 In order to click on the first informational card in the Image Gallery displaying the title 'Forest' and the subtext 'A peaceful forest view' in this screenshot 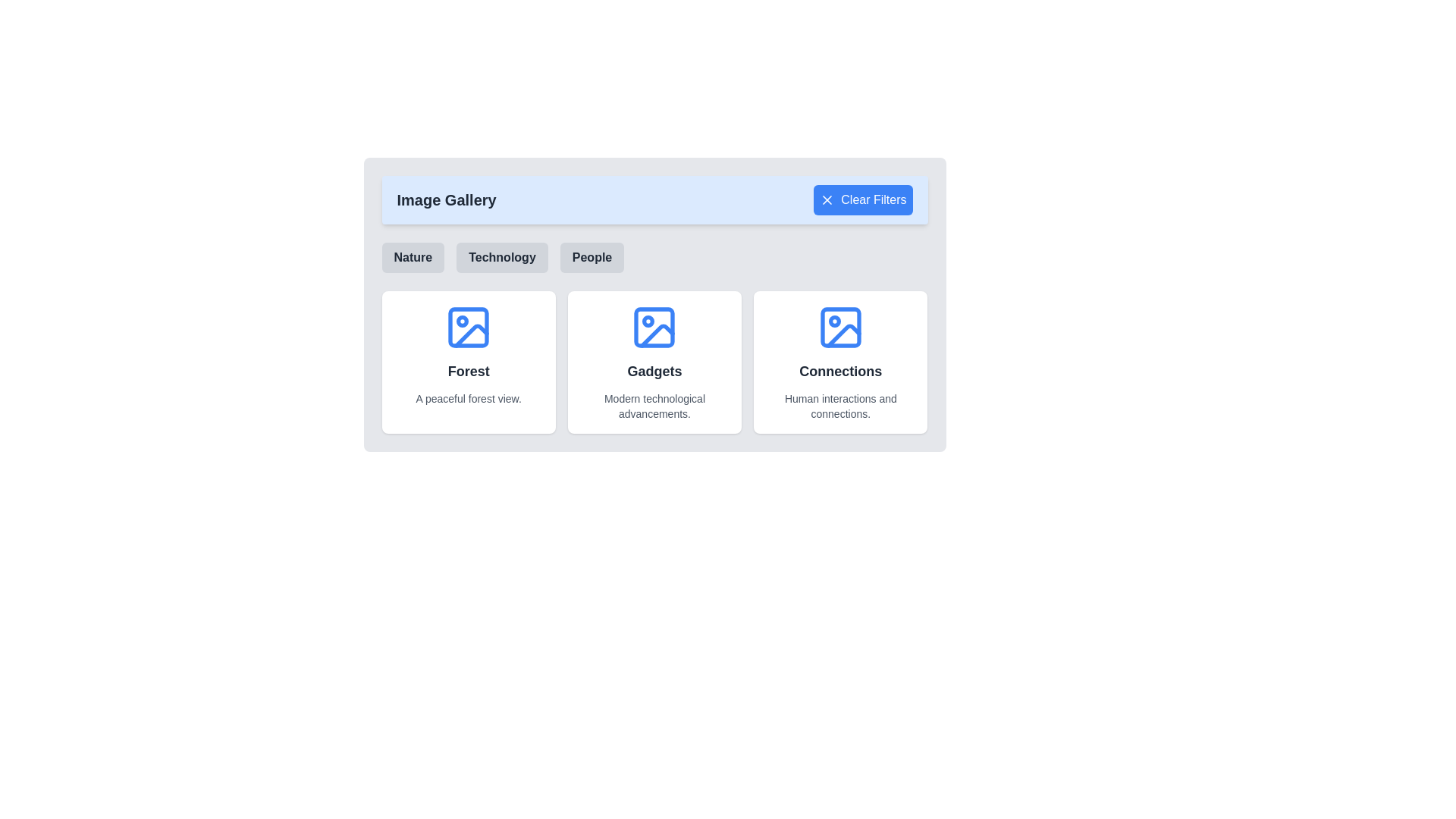, I will do `click(468, 362)`.